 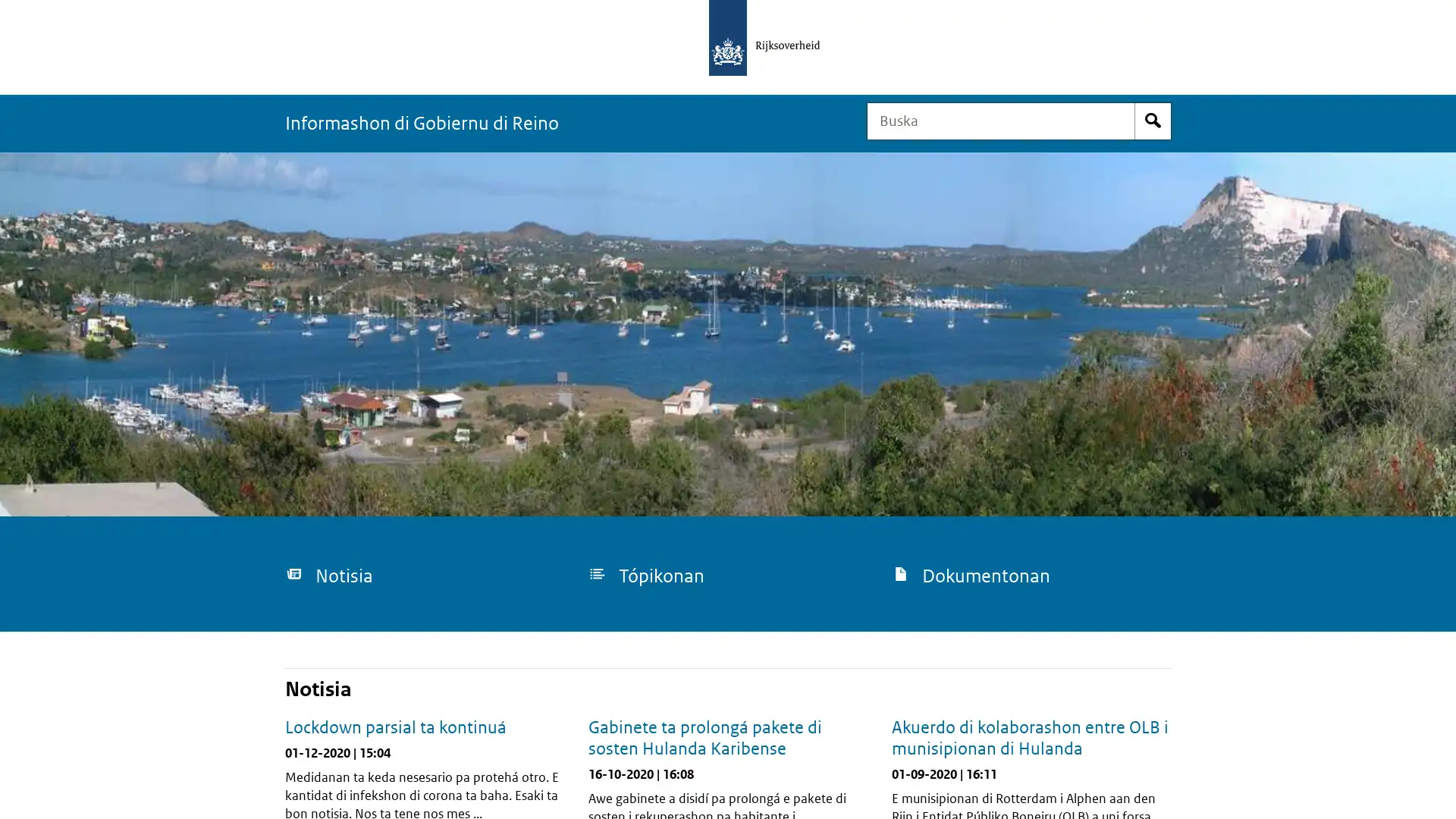 I want to click on kuminsa buska, so click(x=1153, y=120).